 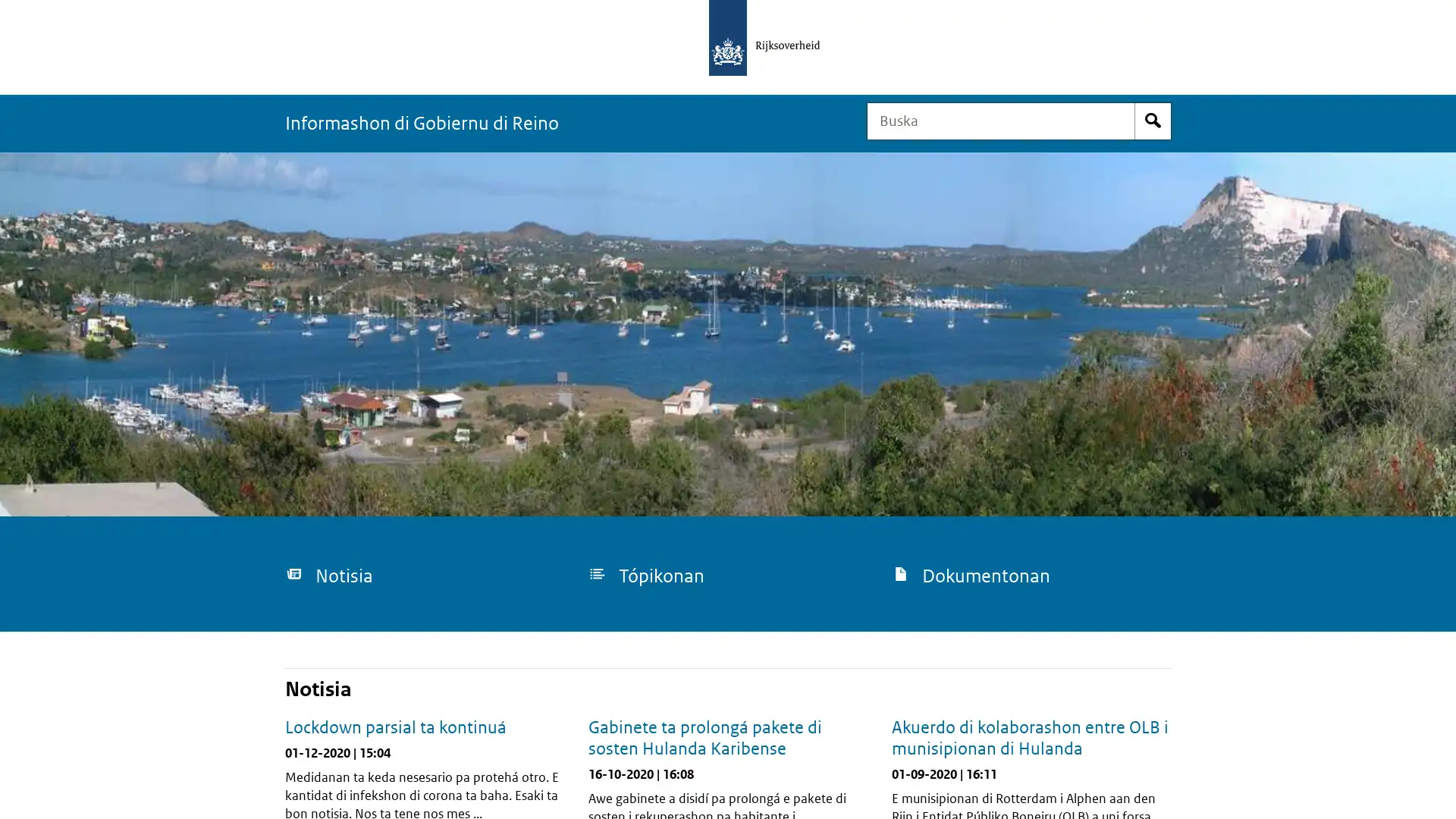 I want to click on kuminsa buska, so click(x=1153, y=120).